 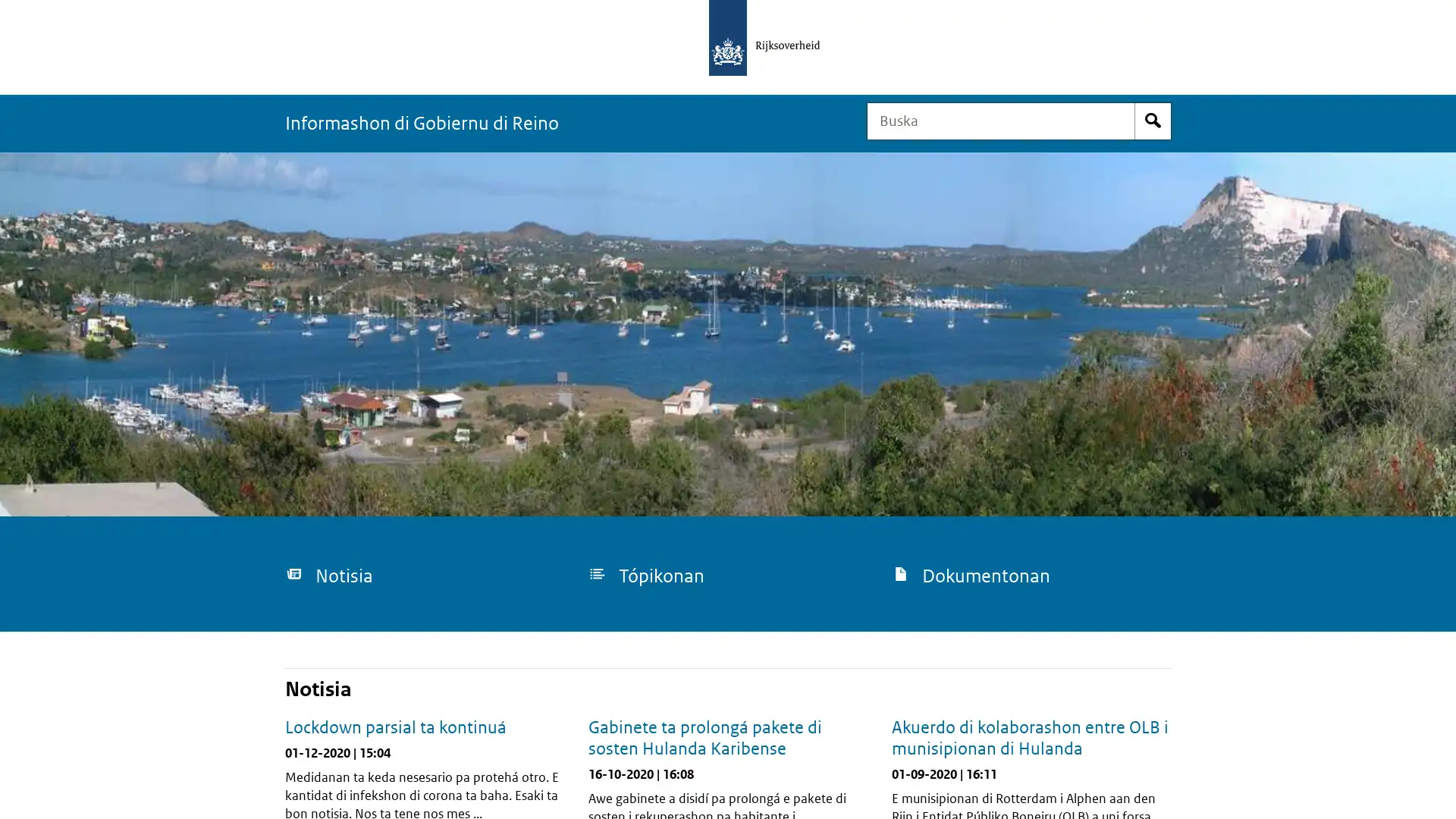 I want to click on kuminsa buska, so click(x=1153, y=120).